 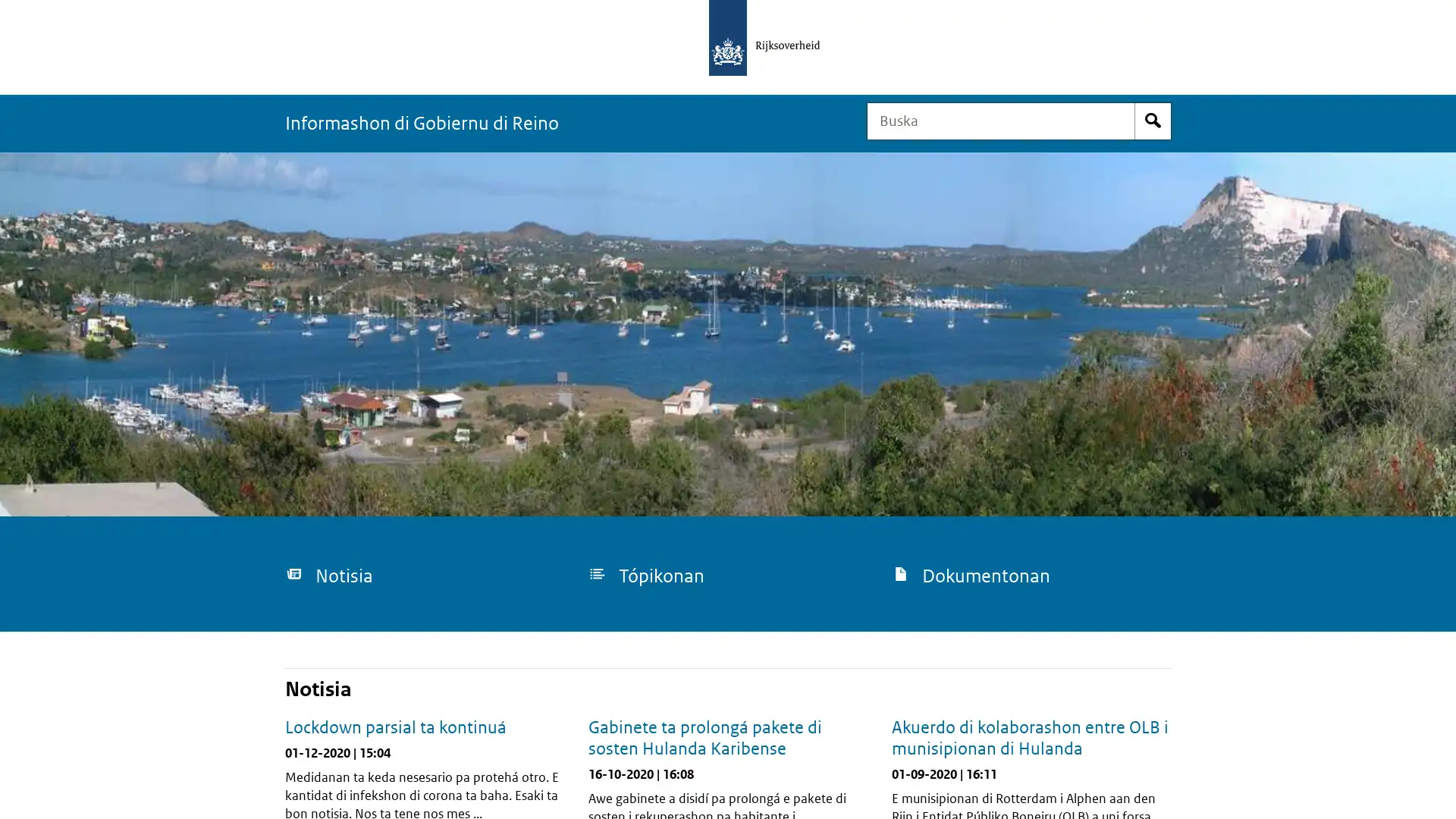 I want to click on kuminsa buska, so click(x=1153, y=120).